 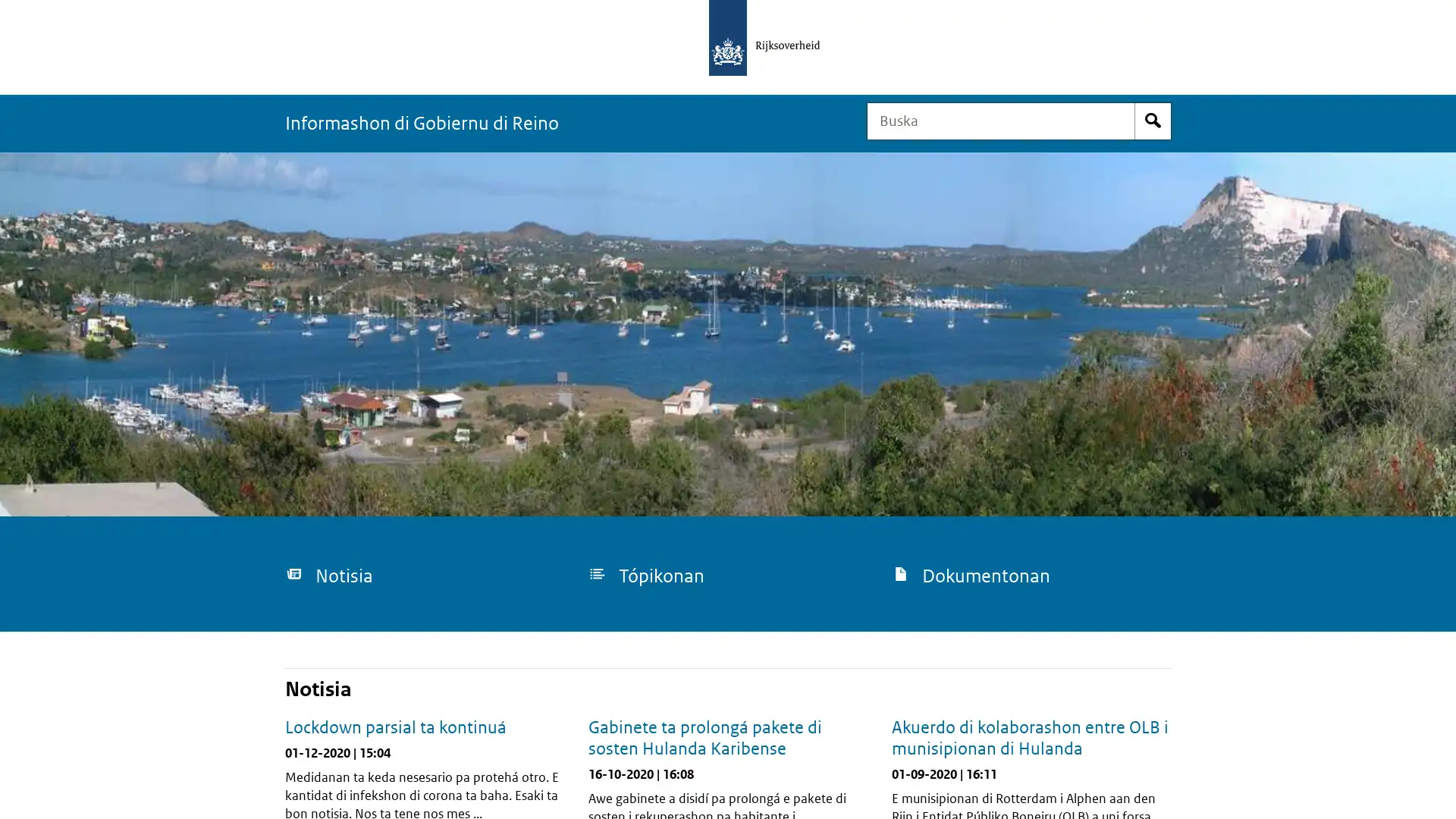 I want to click on kuminsa buska, so click(x=1153, y=120).